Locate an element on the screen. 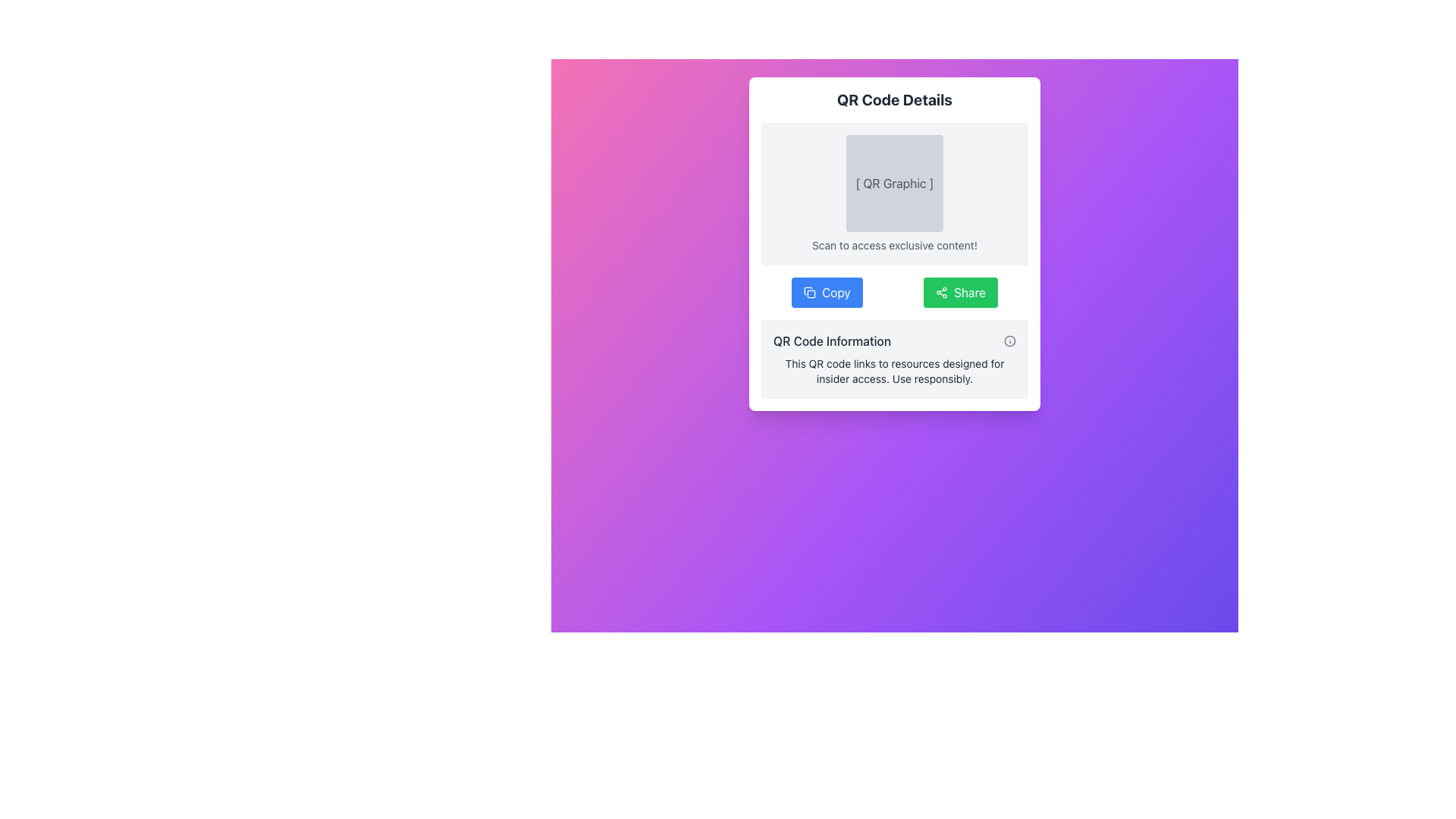  the informational text block located at the bottom of the 'QR Code Information' section, which provides additional information about the QR code displayed above is located at coordinates (895, 371).